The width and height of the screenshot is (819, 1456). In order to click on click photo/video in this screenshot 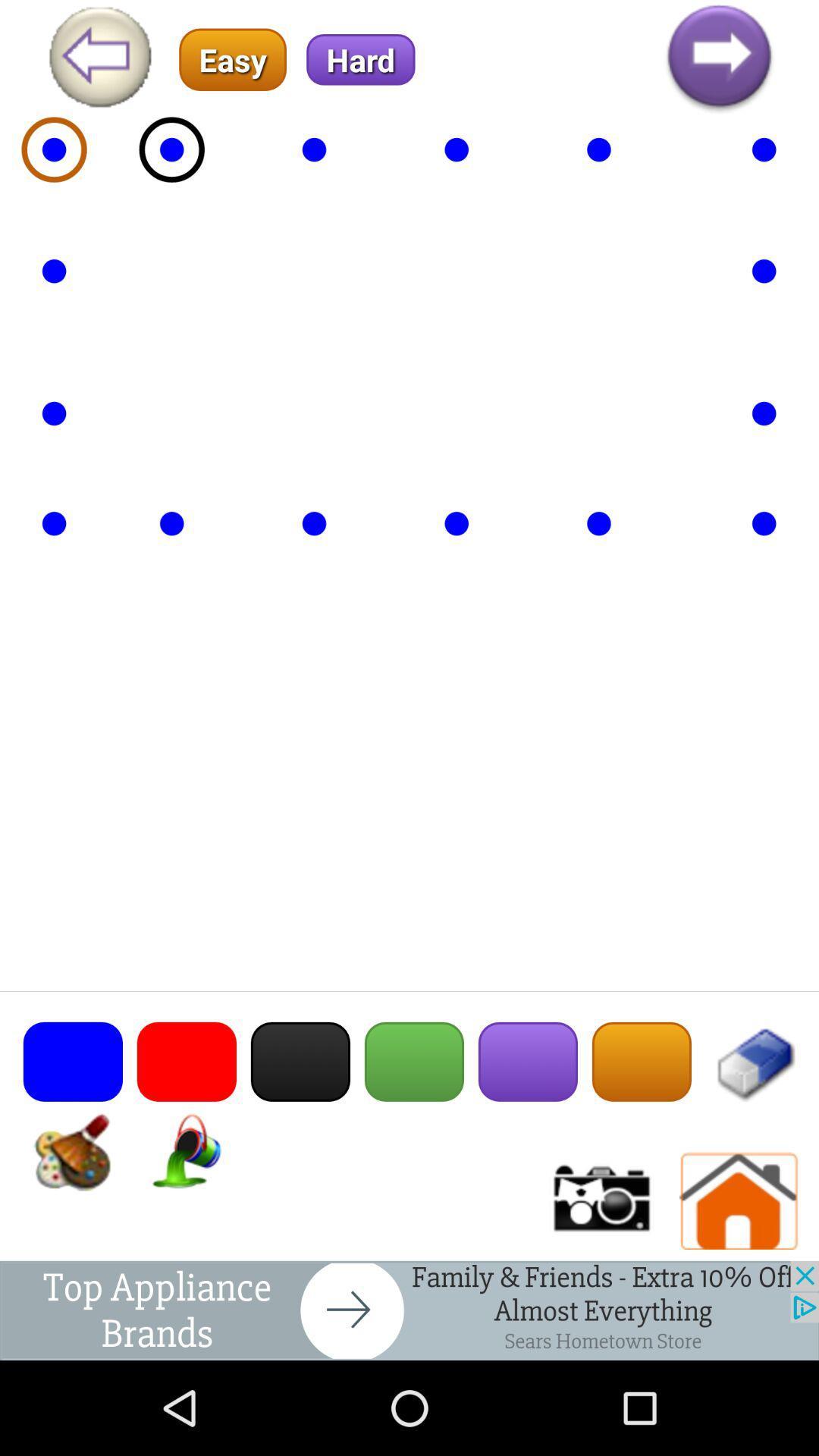, I will do `click(599, 1200)`.